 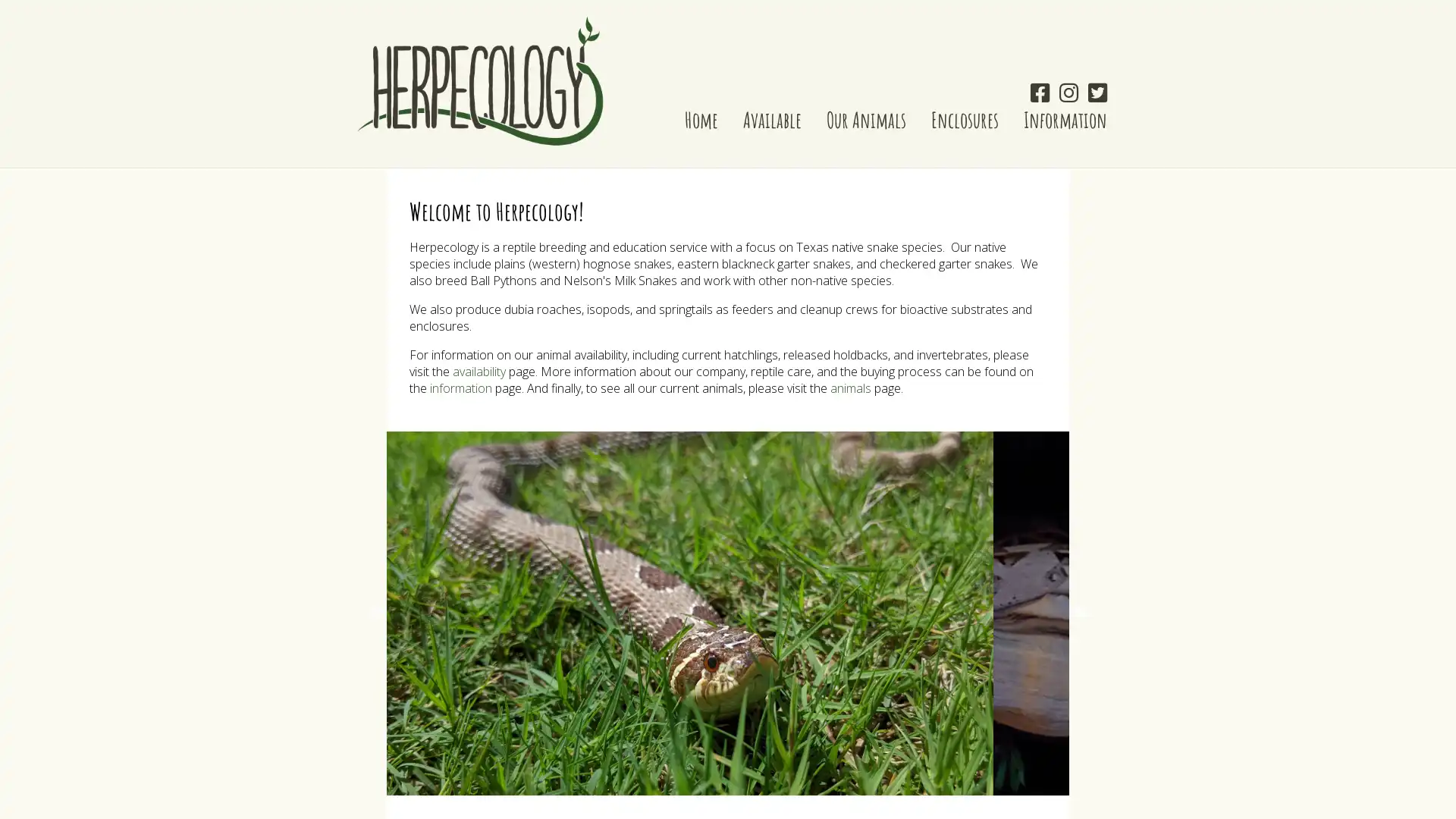 What do you see at coordinates (375, 636) in the screenshot?
I see `Previous` at bounding box center [375, 636].